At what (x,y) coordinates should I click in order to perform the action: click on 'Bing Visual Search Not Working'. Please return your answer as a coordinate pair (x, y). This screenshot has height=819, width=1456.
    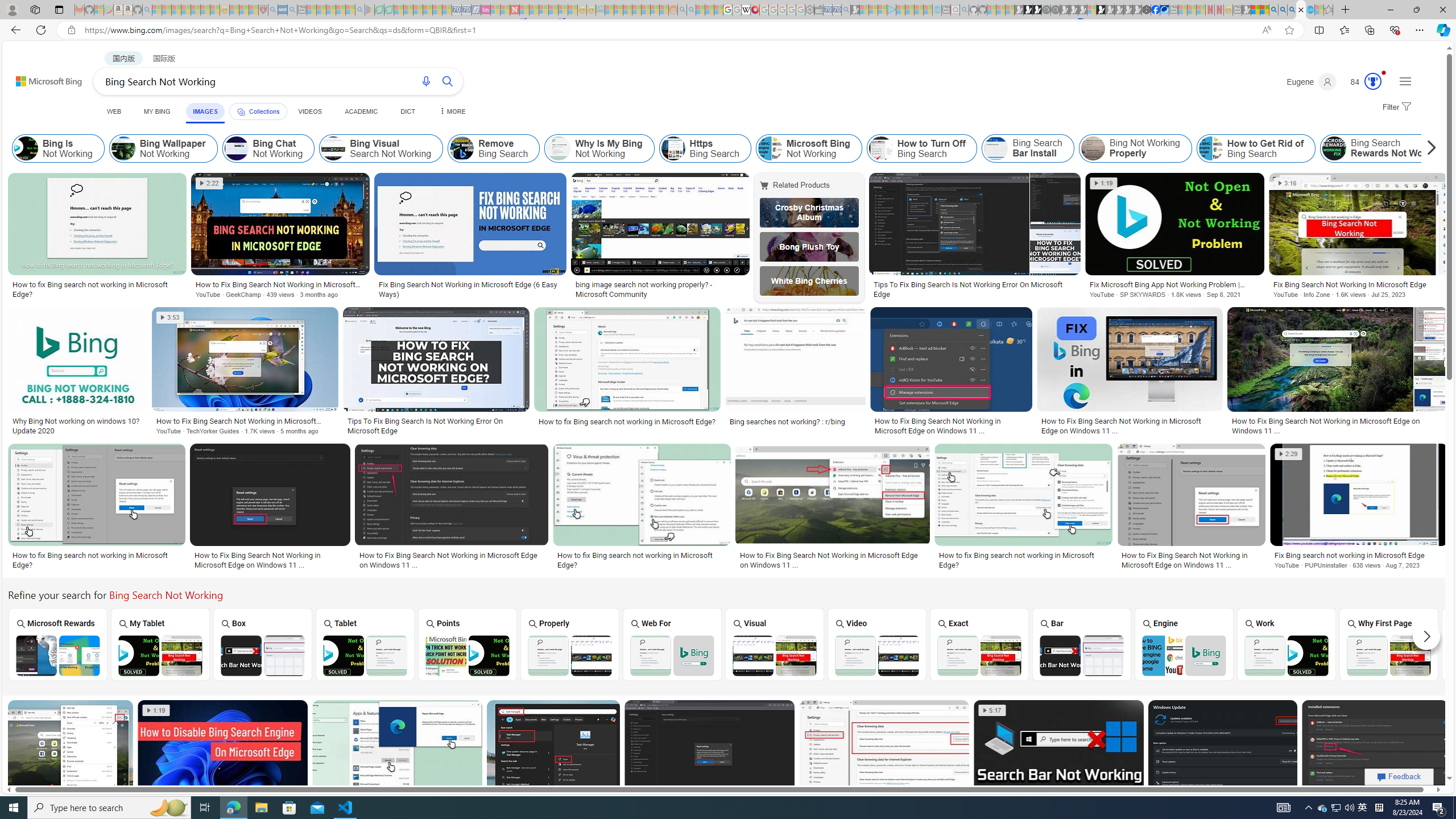
    Looking at the image, I should click on (380, 148).